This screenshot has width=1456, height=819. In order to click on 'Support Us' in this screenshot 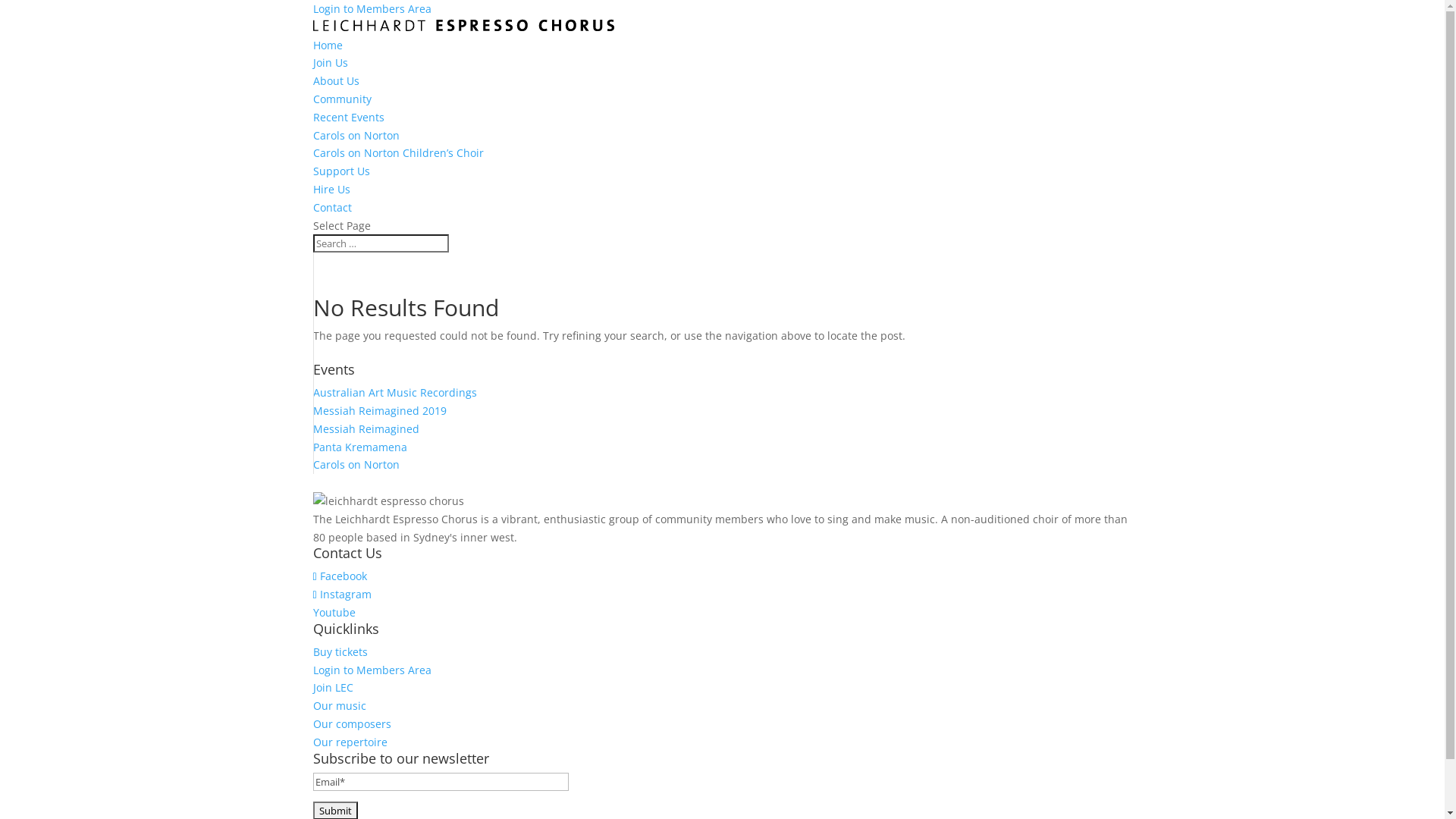, I will do `click(312, 171)`.